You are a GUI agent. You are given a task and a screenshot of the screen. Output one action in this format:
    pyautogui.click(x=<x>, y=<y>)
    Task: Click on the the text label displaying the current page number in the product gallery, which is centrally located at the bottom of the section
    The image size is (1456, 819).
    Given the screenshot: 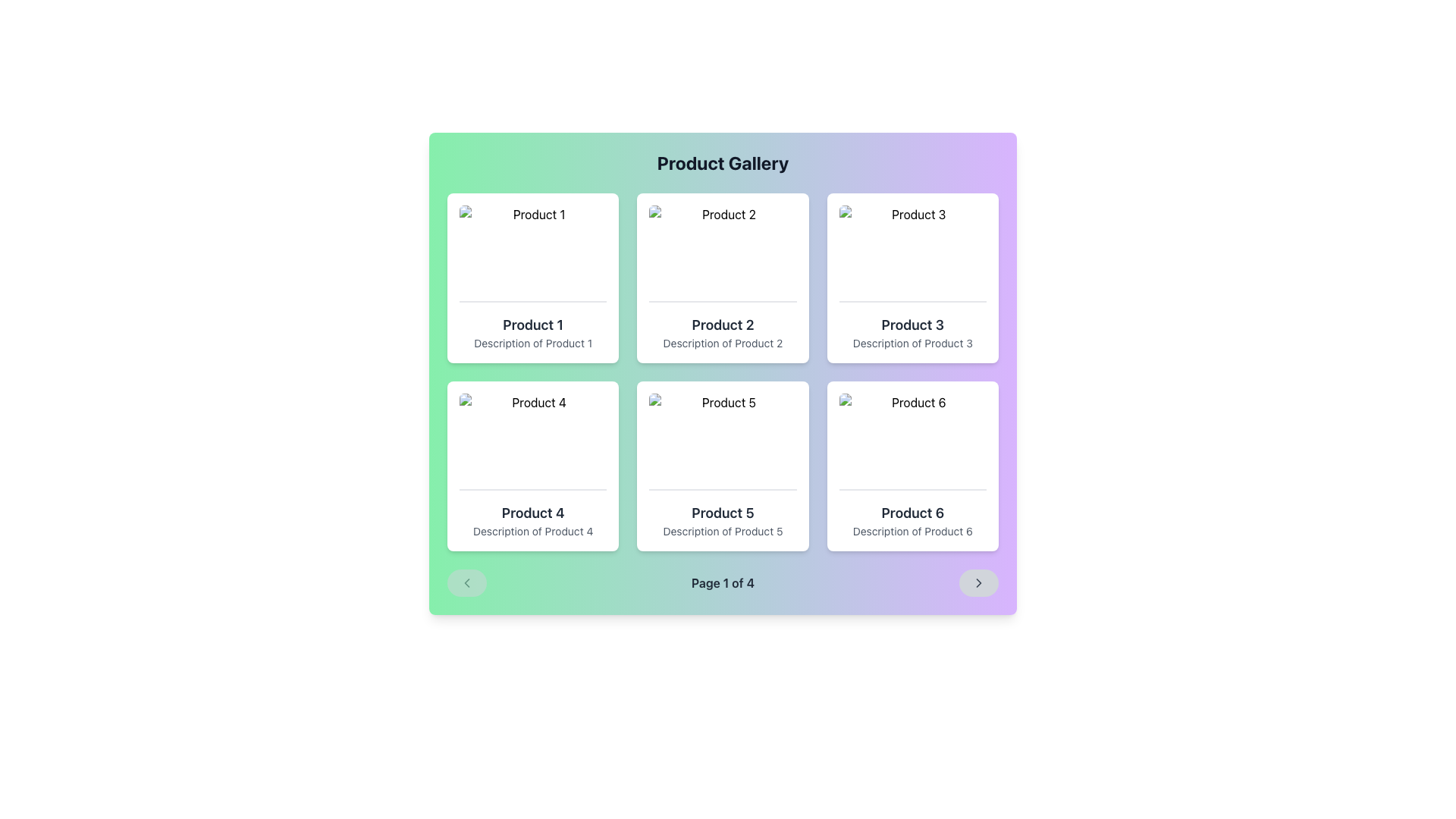 What is the action you would take?
    pyautogui.click(x=722, y=582)
    